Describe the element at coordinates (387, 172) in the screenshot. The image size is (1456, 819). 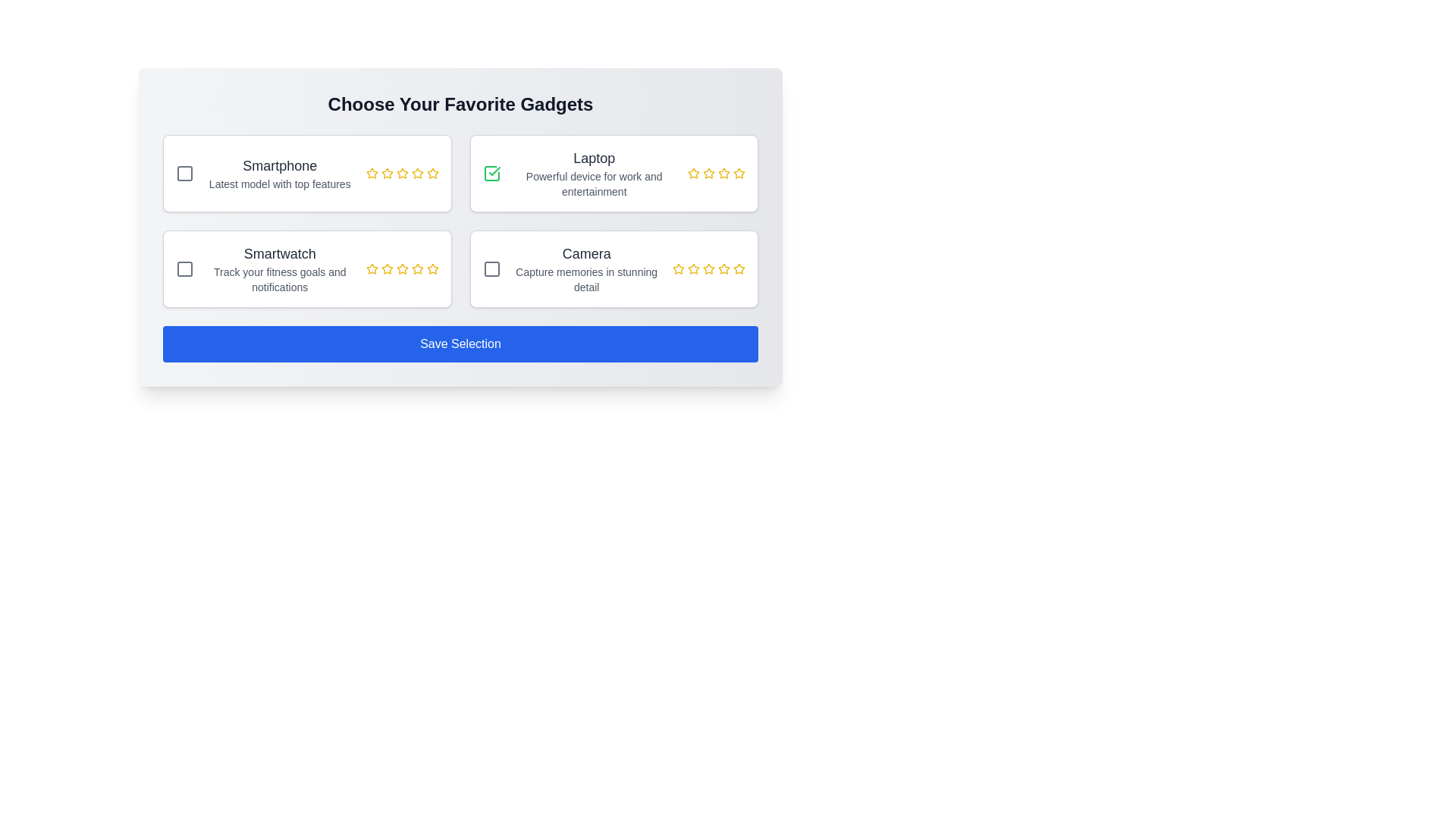
I see `the second star icon in the rating component for the Smartphone option to assign a rating` at that location.